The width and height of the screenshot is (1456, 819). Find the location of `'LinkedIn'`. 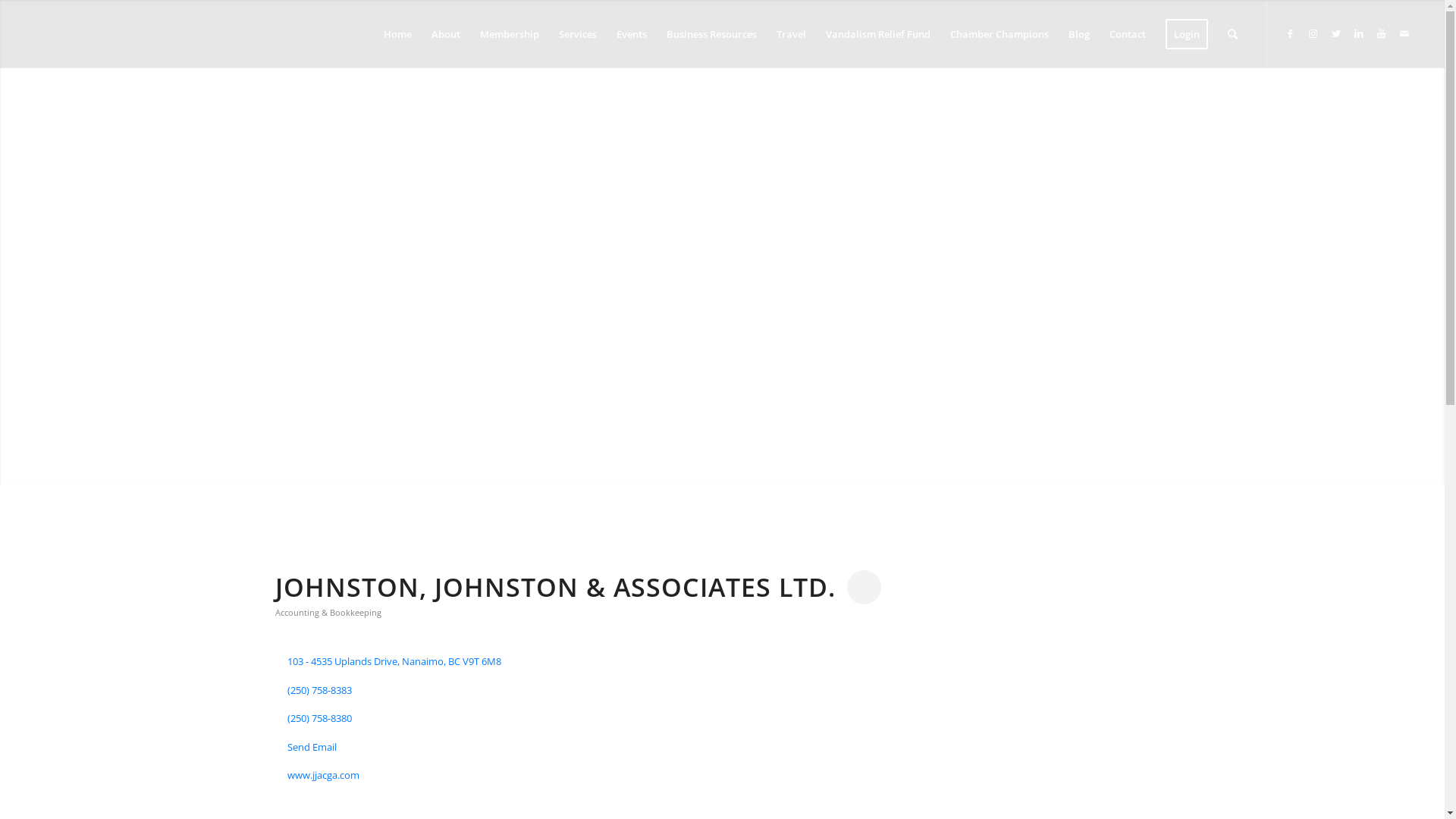

'LinkedIn' is located at coordinates (1358, 33).